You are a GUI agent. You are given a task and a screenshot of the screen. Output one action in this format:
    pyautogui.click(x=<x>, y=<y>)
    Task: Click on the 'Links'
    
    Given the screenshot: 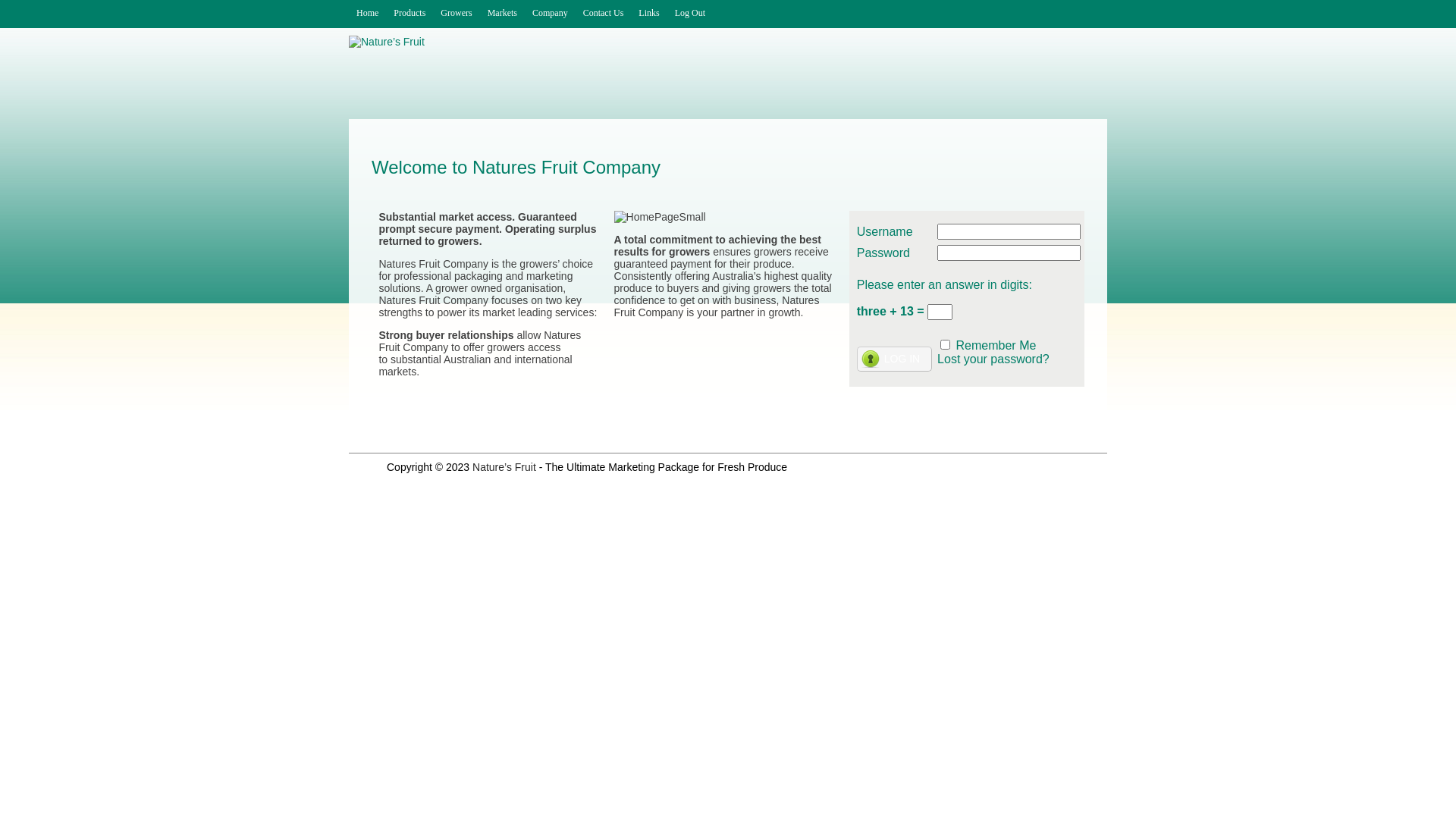 What is the action you would take?
    pyautogui.click(x=630, y=13)
    